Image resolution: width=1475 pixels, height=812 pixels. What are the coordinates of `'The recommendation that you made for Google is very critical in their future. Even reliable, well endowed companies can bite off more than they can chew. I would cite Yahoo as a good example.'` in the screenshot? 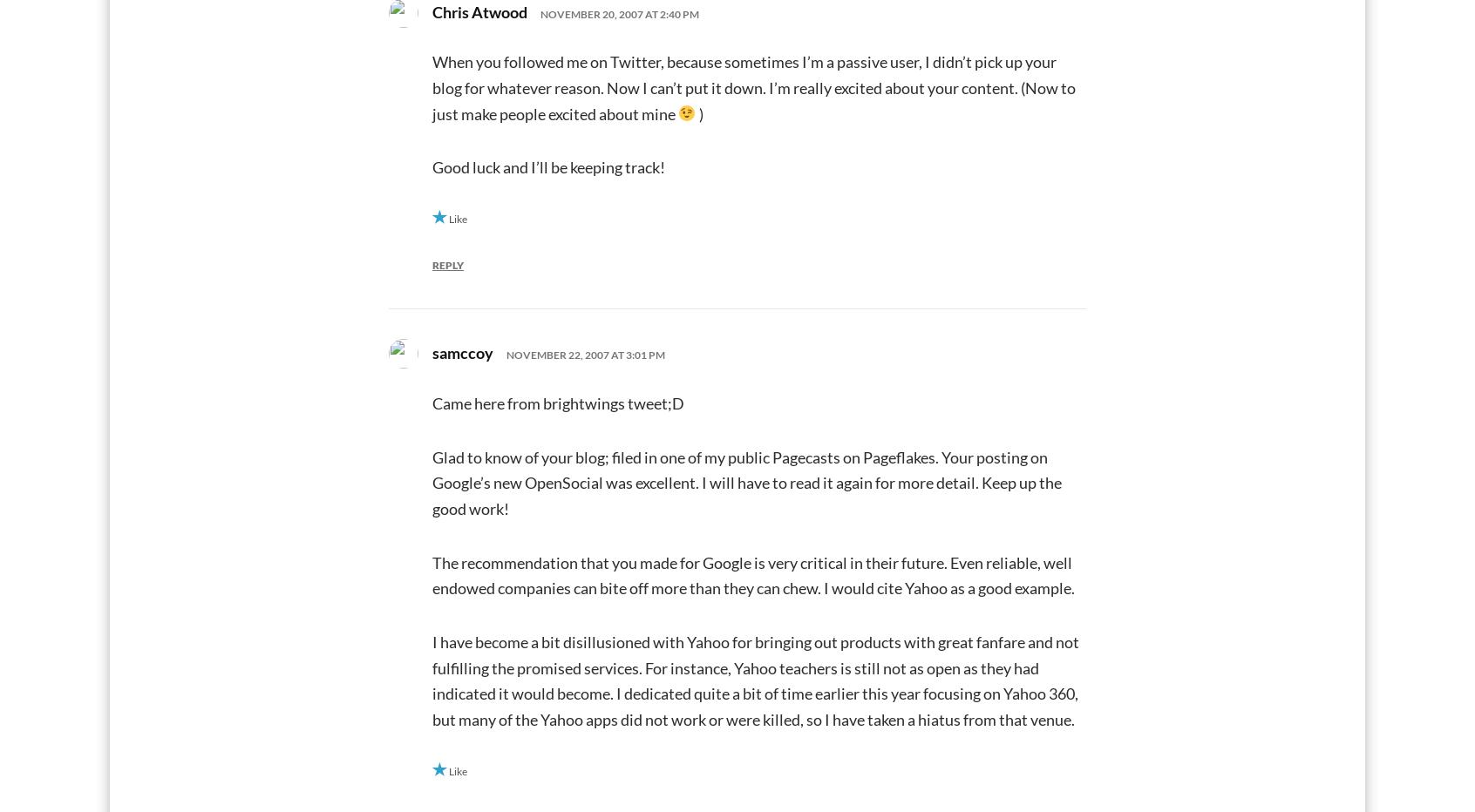 It's located at (752, 575).